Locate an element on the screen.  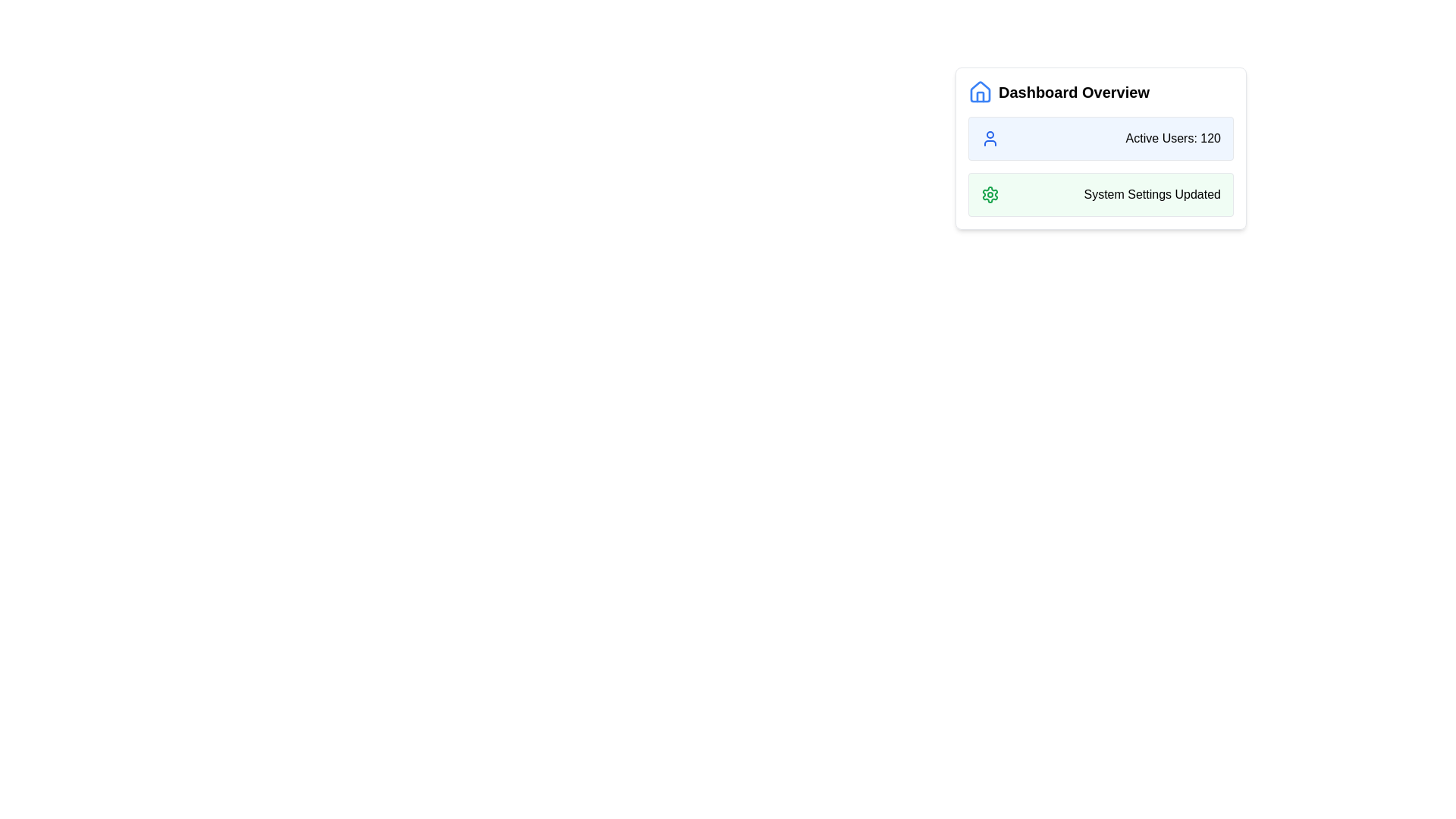
the small green settings gear icon located in the upper-left corner of the notification box adjacent to the text 'System Settings Updated' is located at coordinates (990, 194).